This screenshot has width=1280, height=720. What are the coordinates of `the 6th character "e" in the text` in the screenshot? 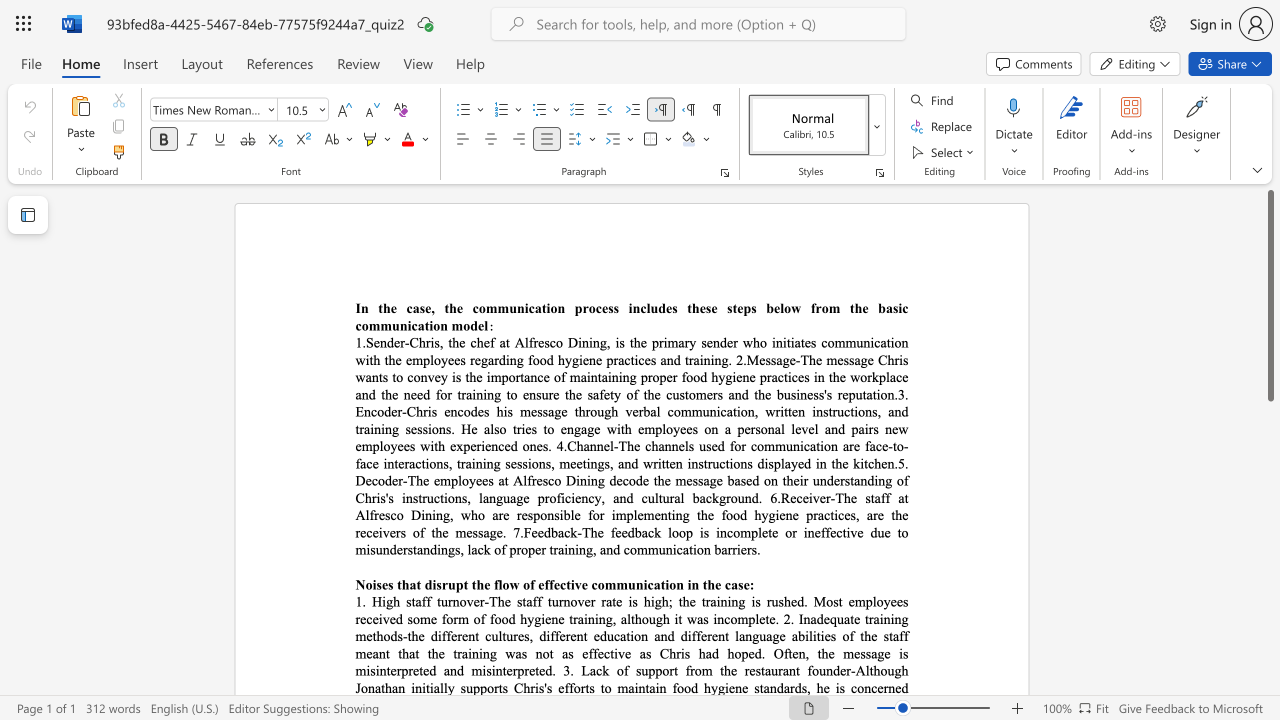 It's located at (847, 514).